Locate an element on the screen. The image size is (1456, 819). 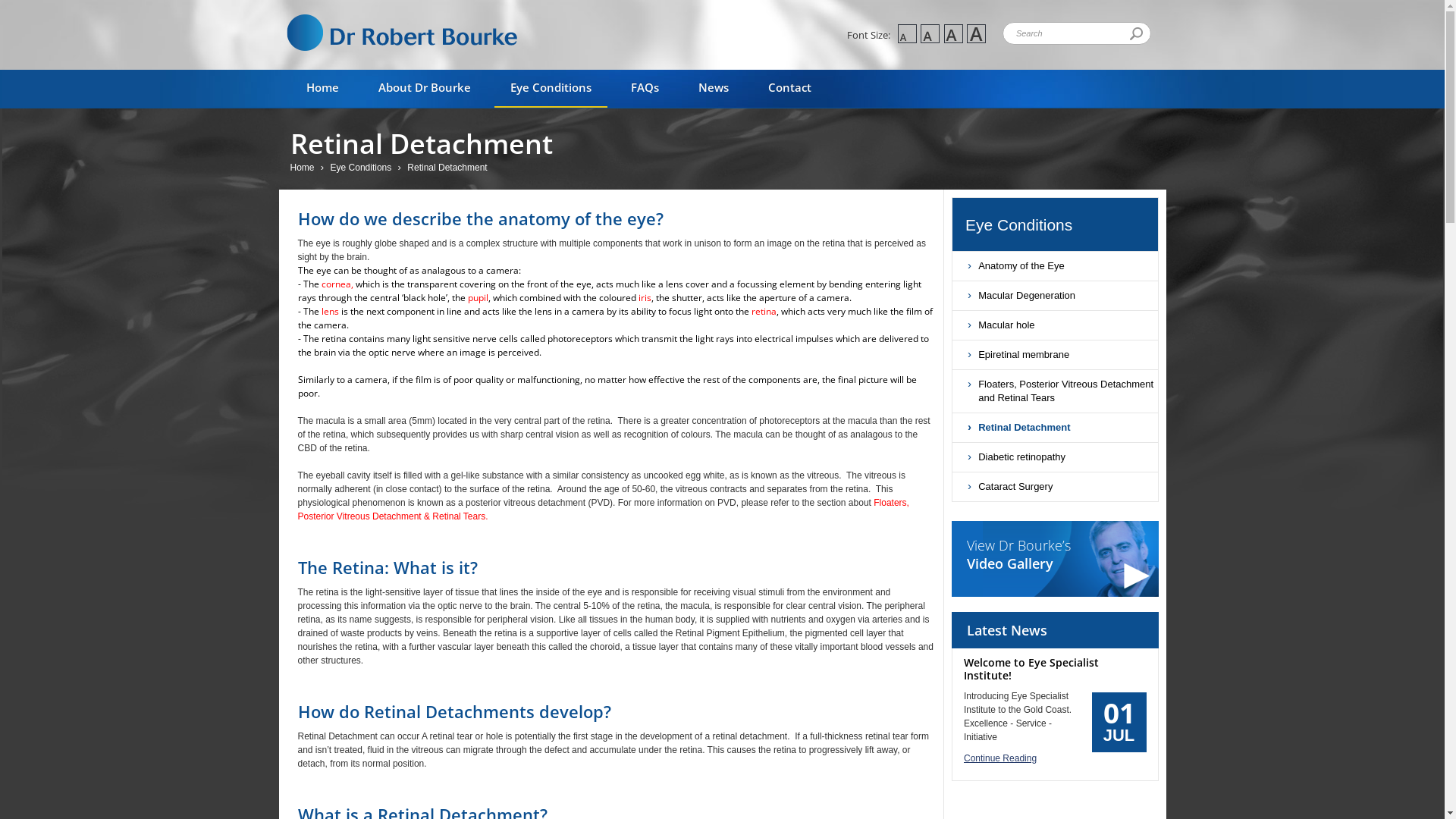
'Welcome to Eye Specialist Institute!' is located at coordinates (963, 668).